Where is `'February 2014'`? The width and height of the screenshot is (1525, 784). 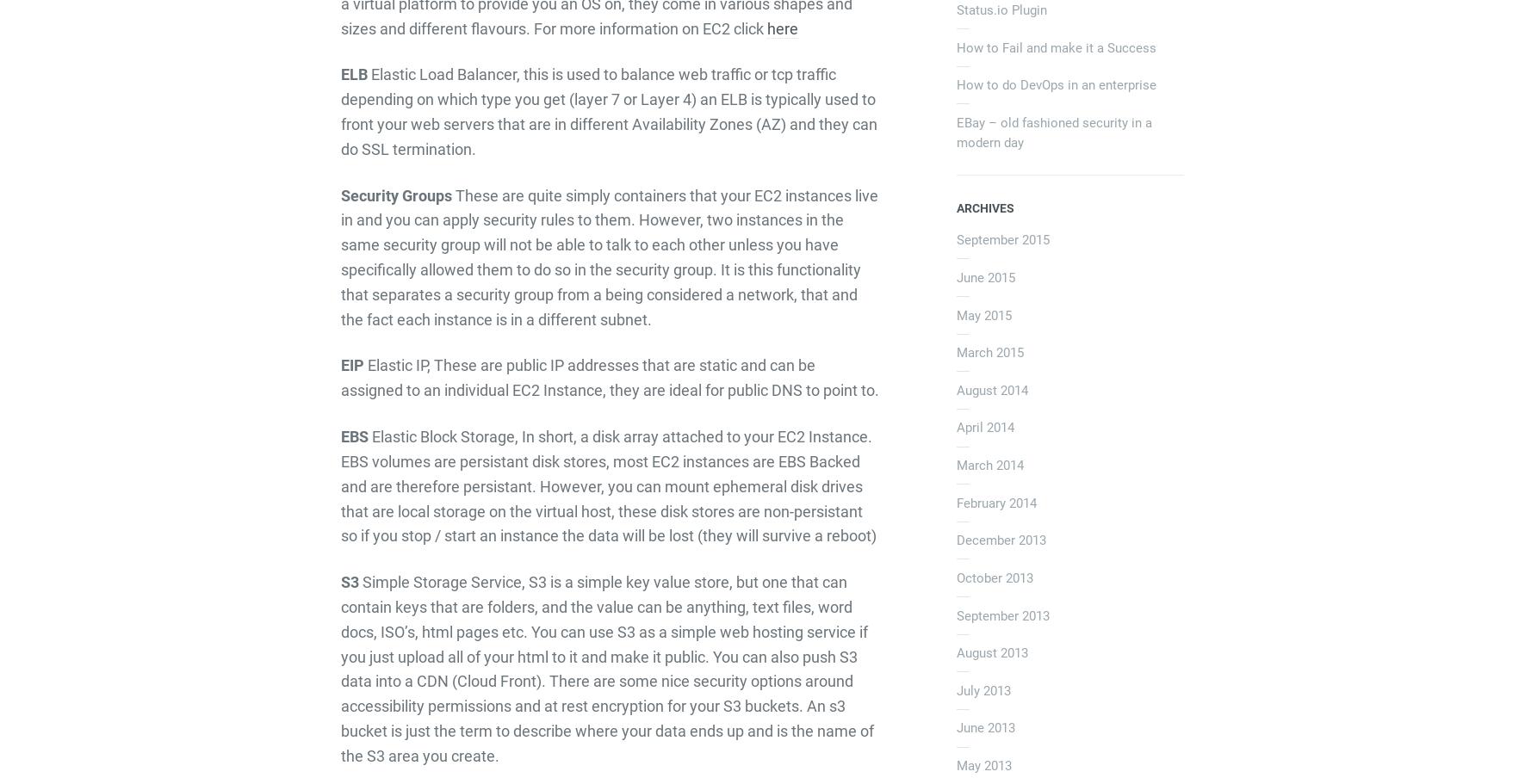
'February 2014' is located at coordinates (995, 503).